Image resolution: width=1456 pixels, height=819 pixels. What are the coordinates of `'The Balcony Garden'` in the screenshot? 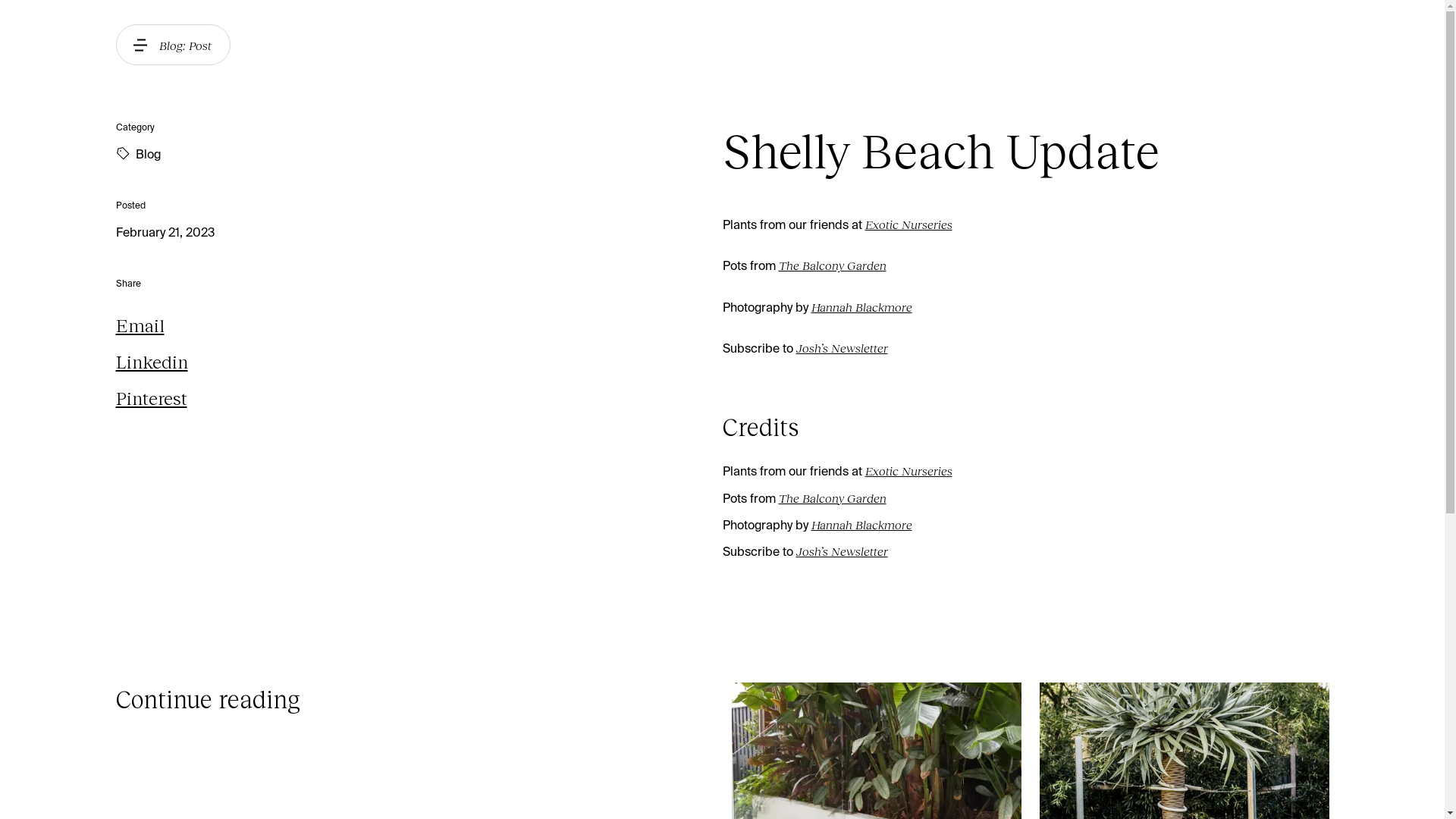 It's located at (831, 497).